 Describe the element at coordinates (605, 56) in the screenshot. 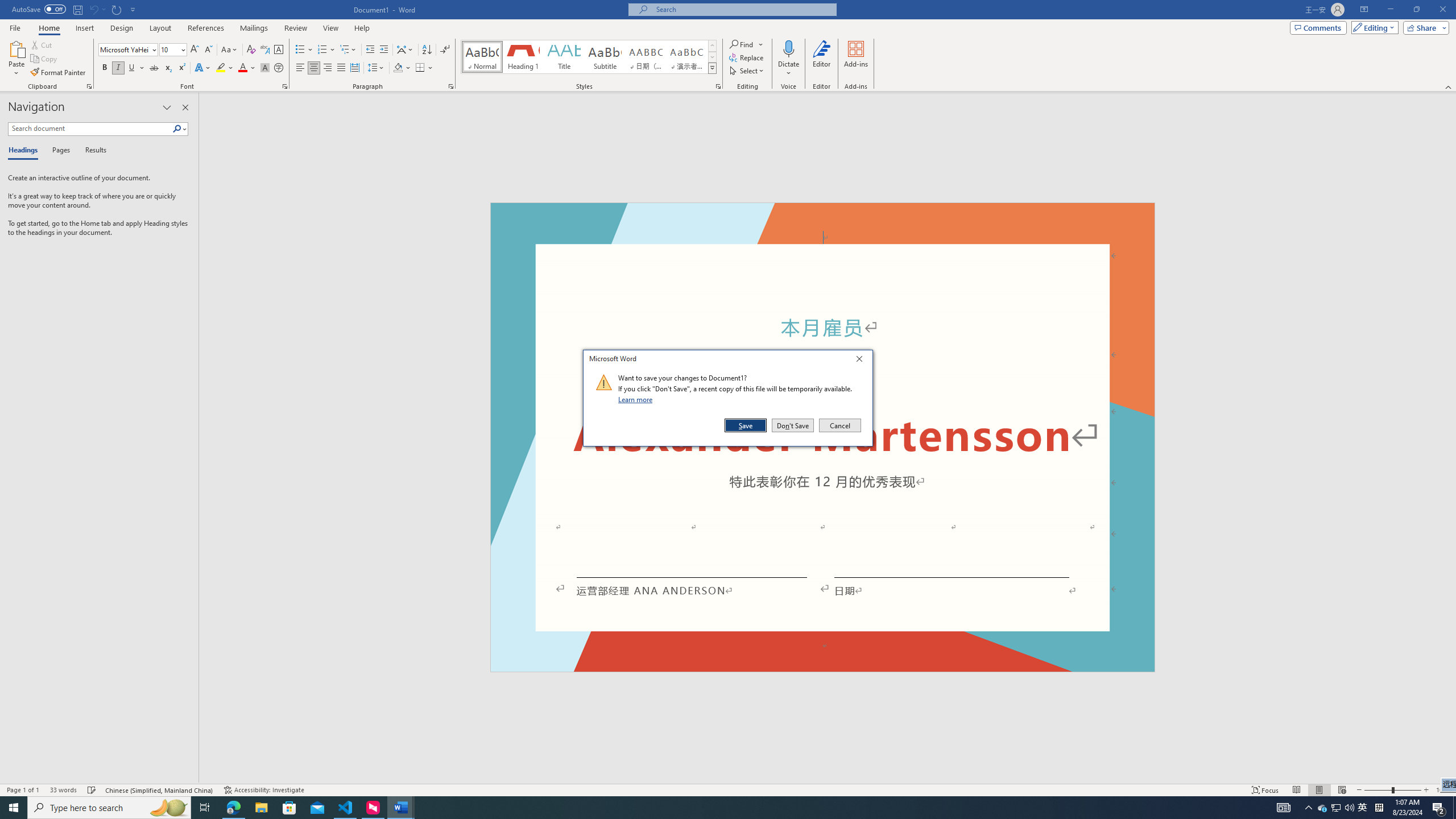

I see `'Subtitle'` at that location.